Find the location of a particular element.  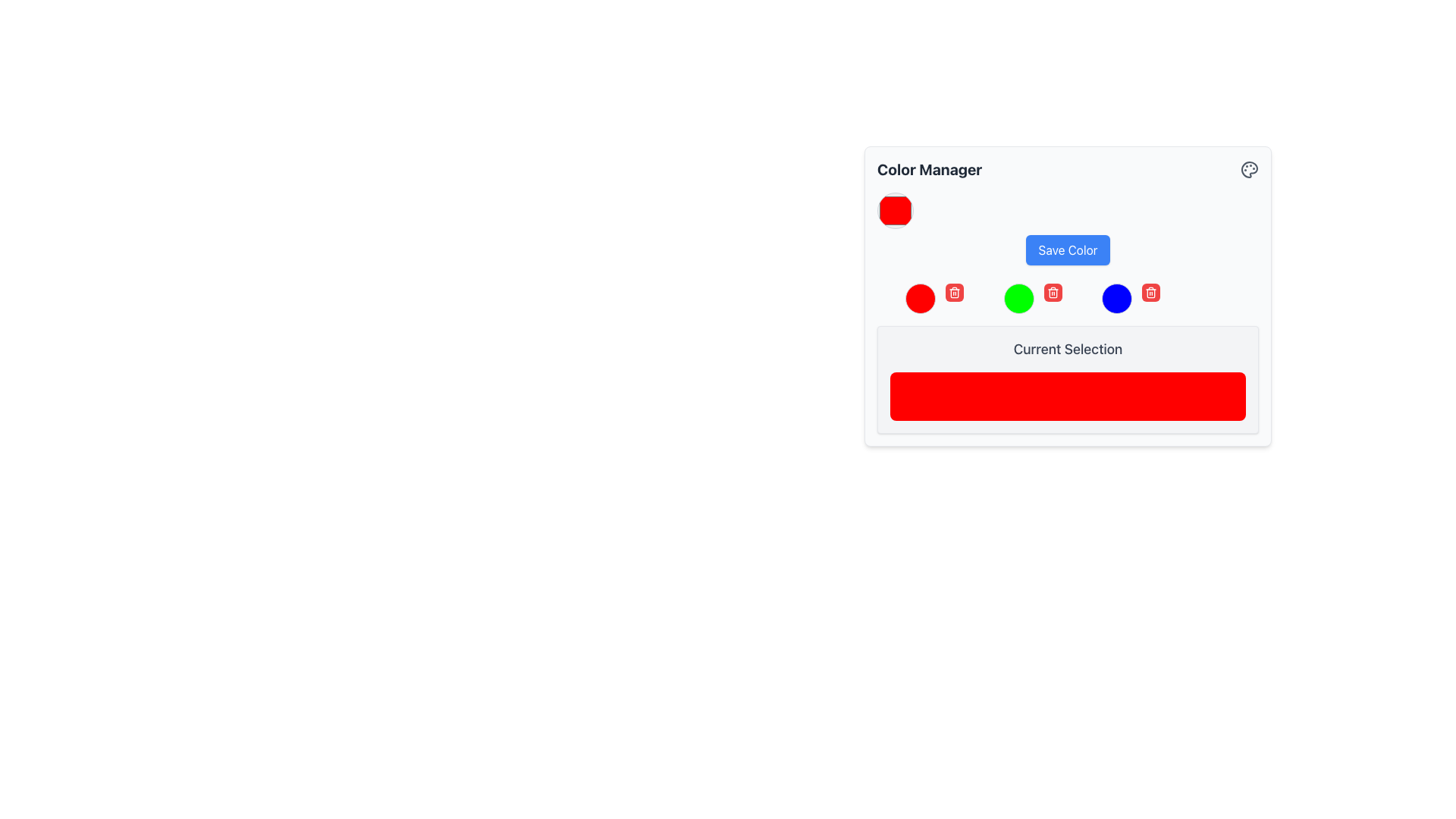

the displayed selection on the Display Panel, which has a light gray background, displays 'Current Selection' in bold, and features a prominent red bar below the text is located at coordinates (1067, 379).